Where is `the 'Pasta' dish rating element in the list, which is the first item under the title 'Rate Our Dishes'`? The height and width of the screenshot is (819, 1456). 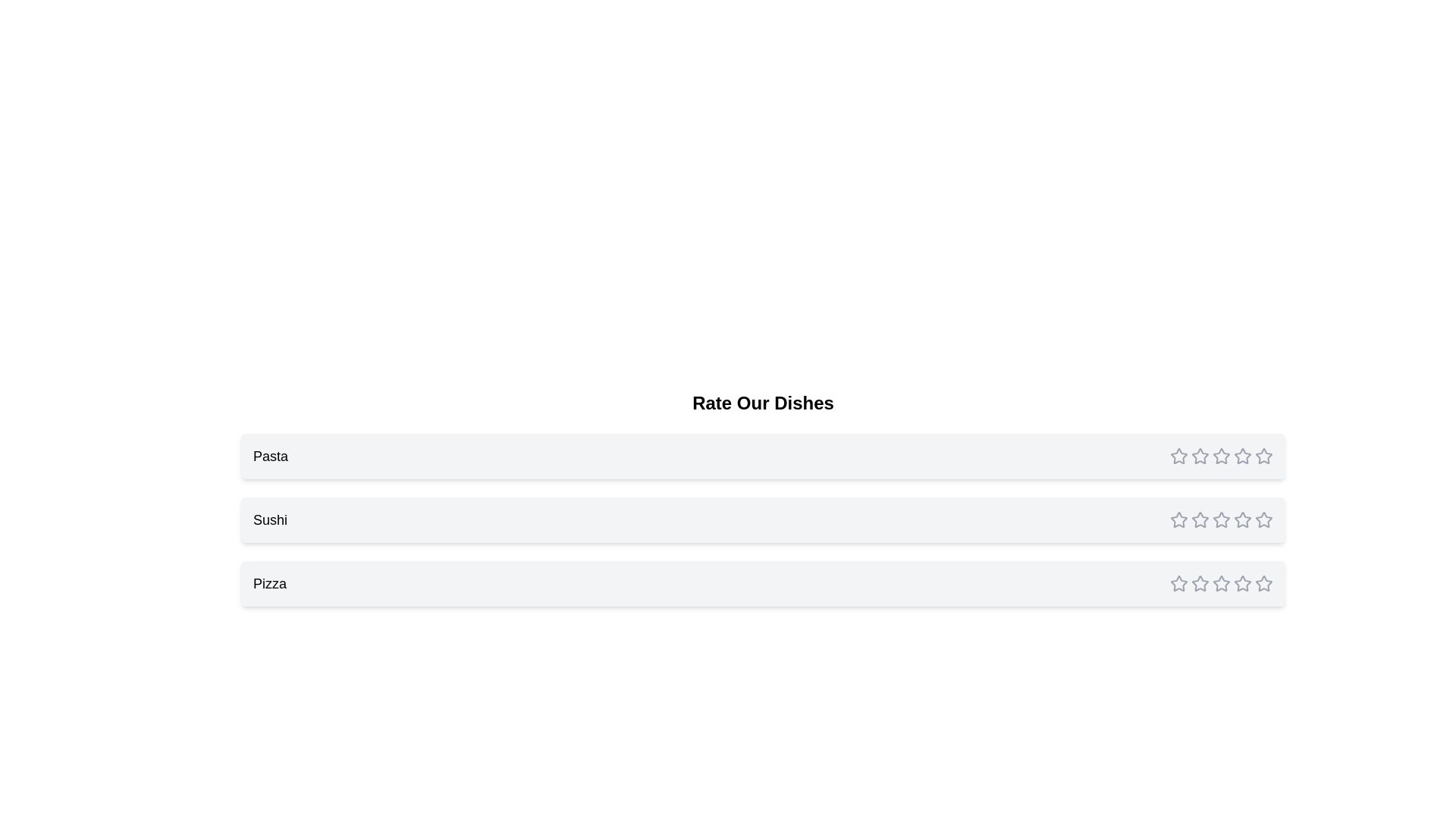 the 'Pasta' dish rating element in the list, which is the first item under the title 'Rate Our Dishes' is located at coordinates (763, 455).